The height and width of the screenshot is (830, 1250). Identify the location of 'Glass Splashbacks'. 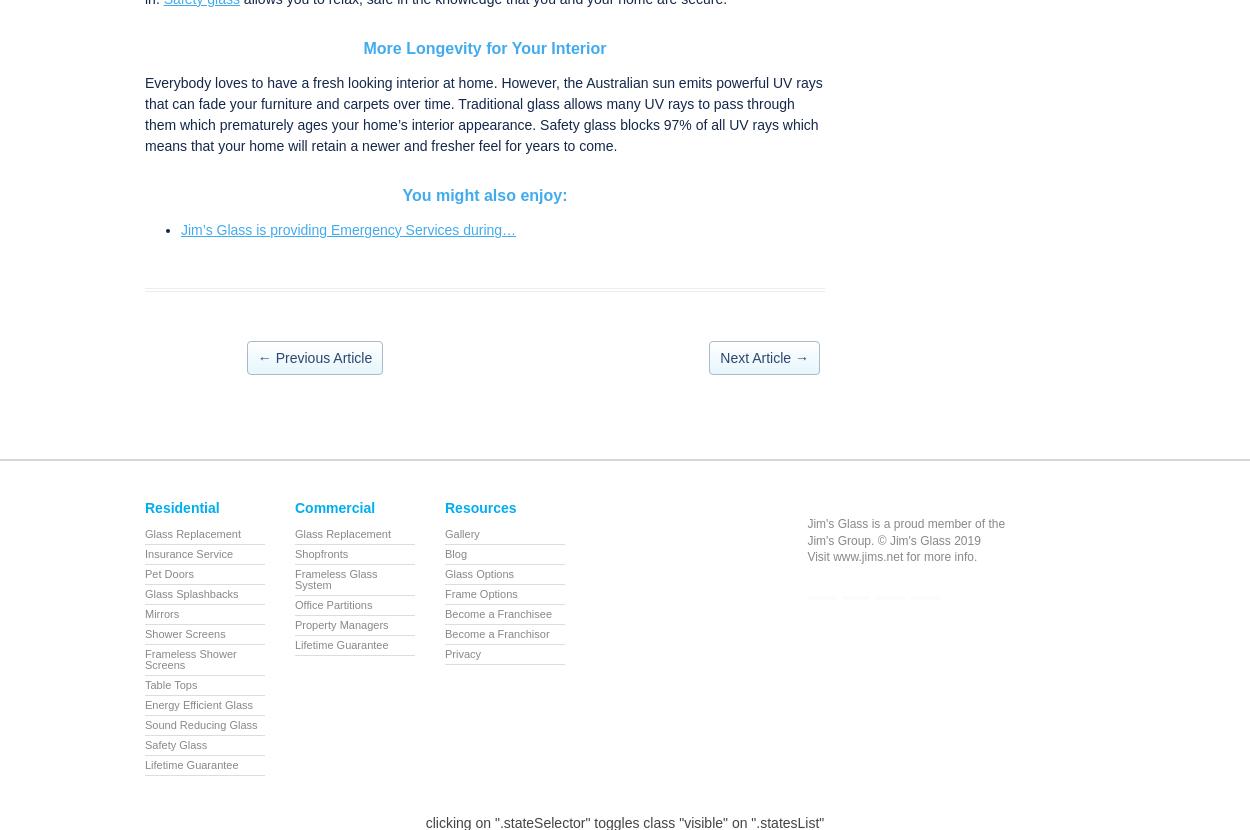
(145, 593).